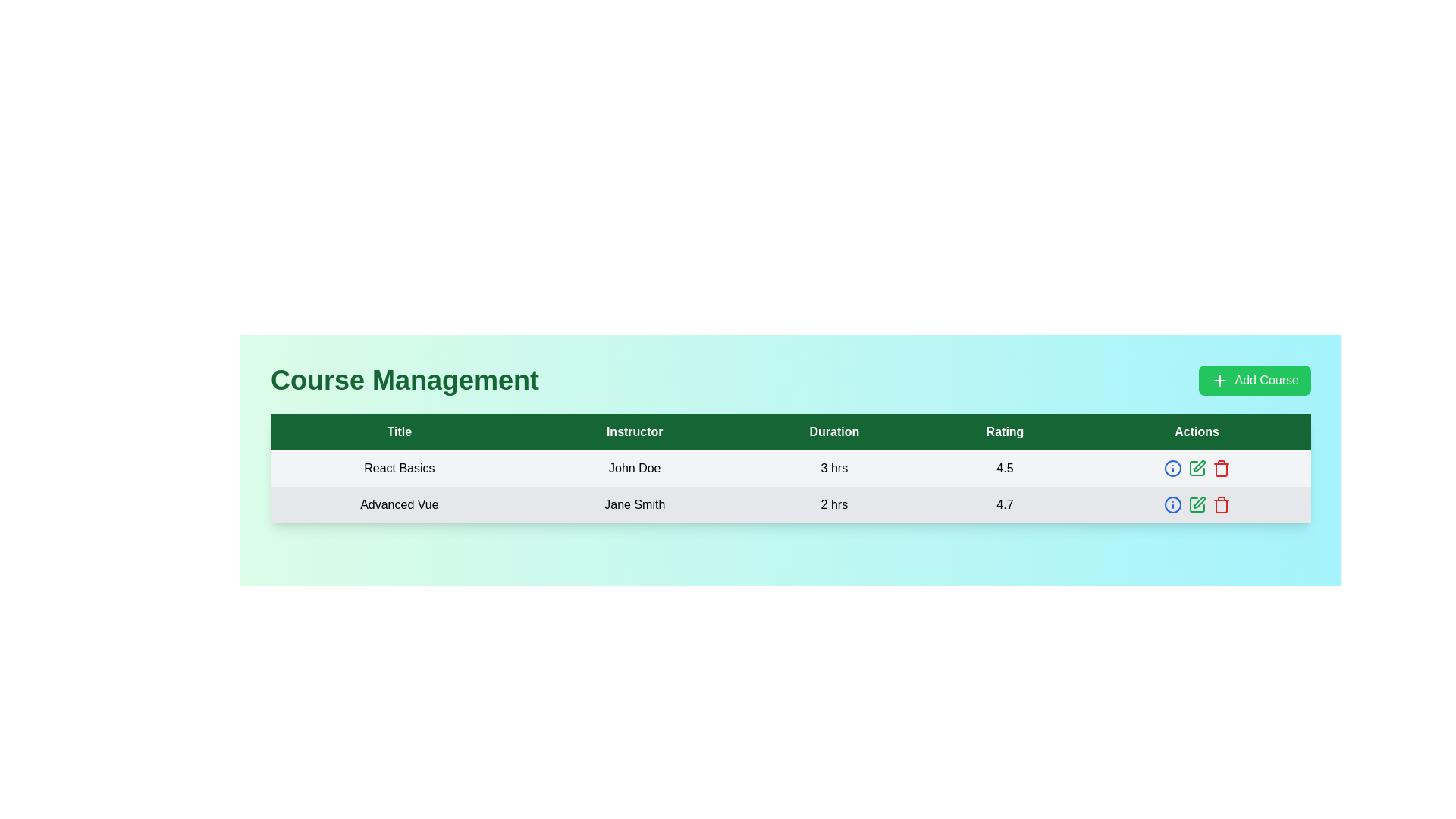 The width and height of the screenshot is (1456, 819). Describe the element at coordinates (1196, 505) in the screenshot. I see `the green-colored pencil icon in the 'Actions' section of the second row for editing the course 'Advanced Vue'` at that location.